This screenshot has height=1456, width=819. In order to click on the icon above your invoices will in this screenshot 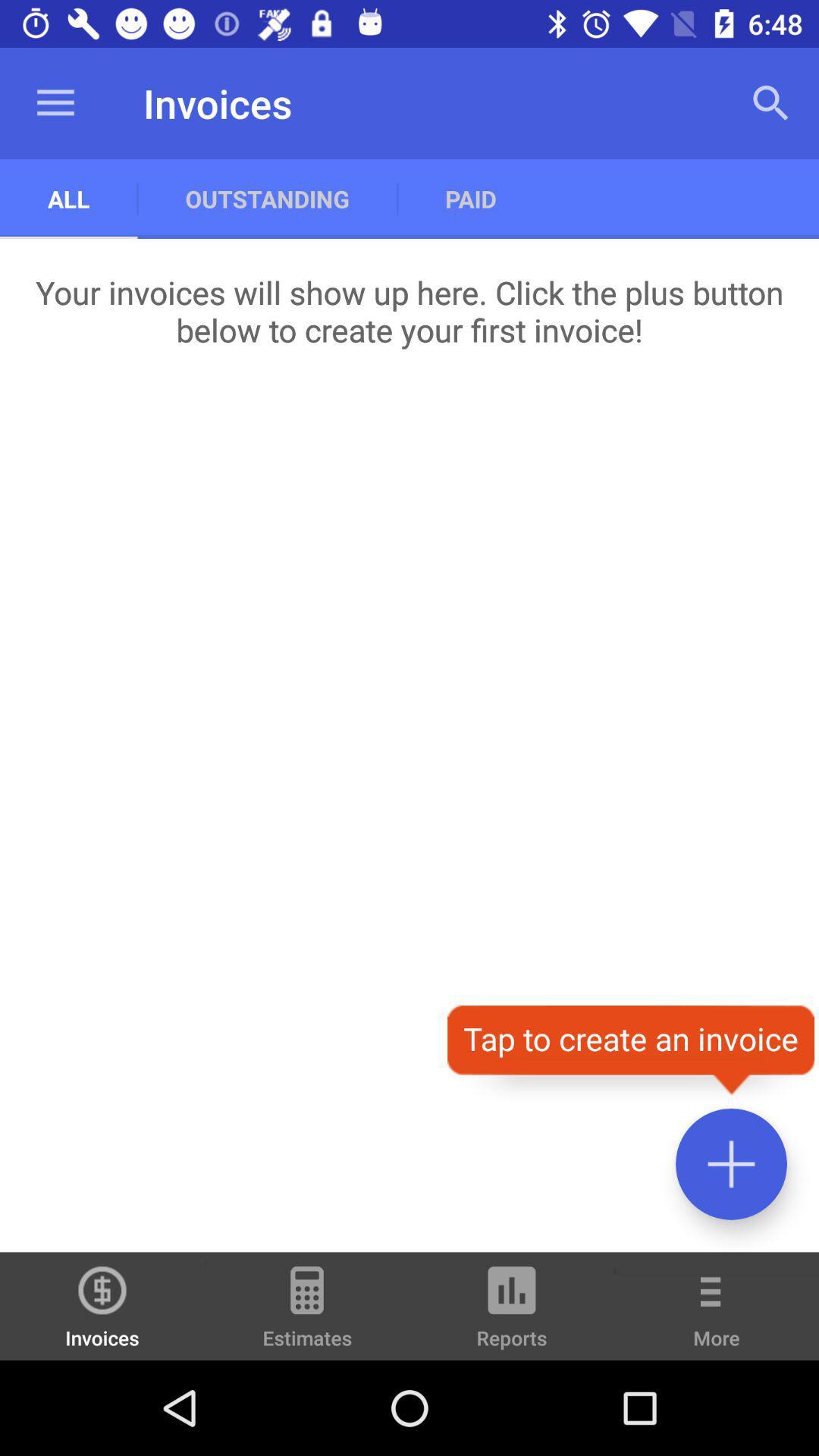, I will do `click(771, 102)`.